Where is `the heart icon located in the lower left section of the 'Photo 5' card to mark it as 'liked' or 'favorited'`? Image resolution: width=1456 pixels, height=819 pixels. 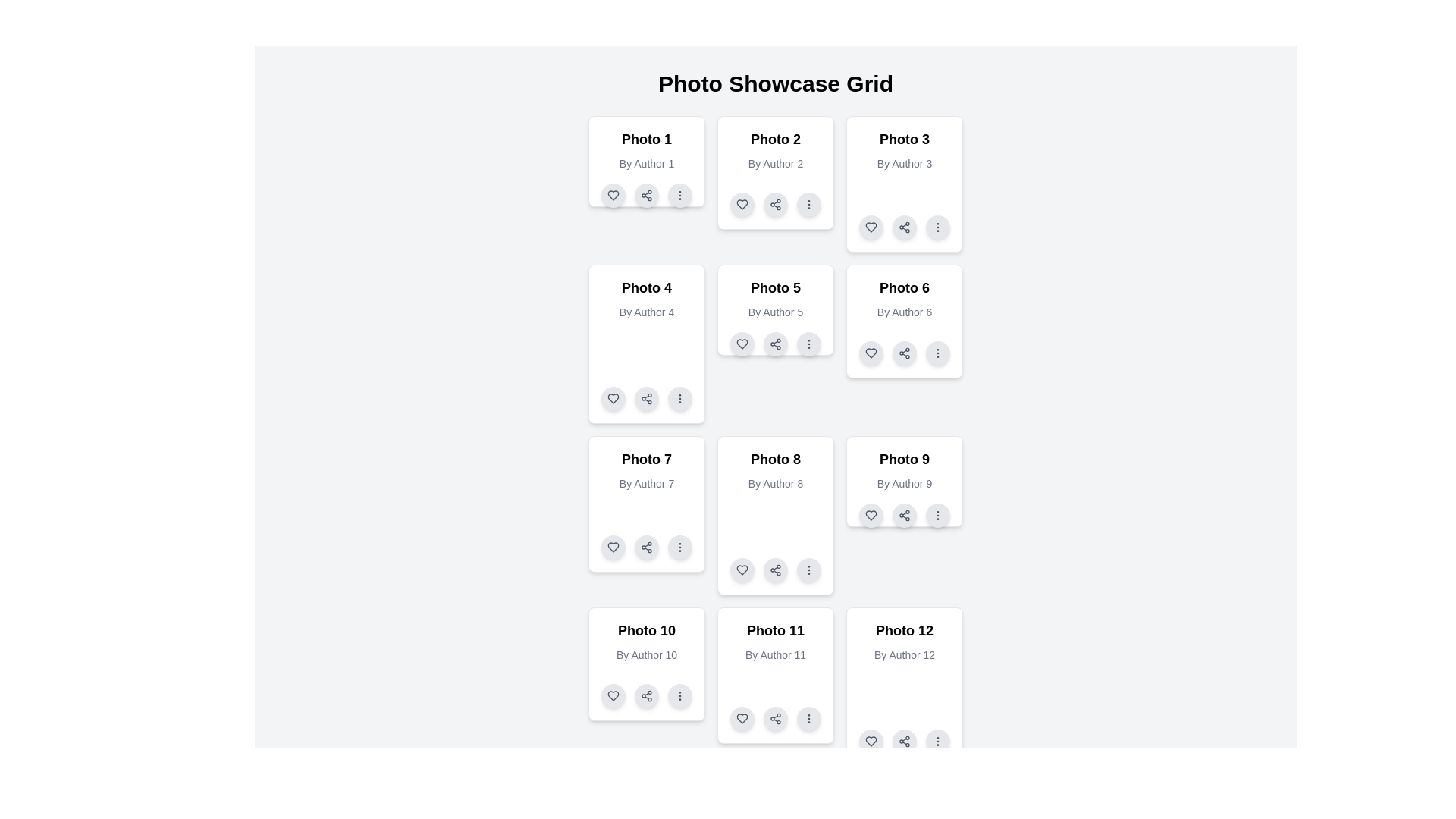 the heart icon located in the lower left section of the 'Photo 5' card to mark it as 'liked' or 'favorited' is located at coordinates (742, 344).